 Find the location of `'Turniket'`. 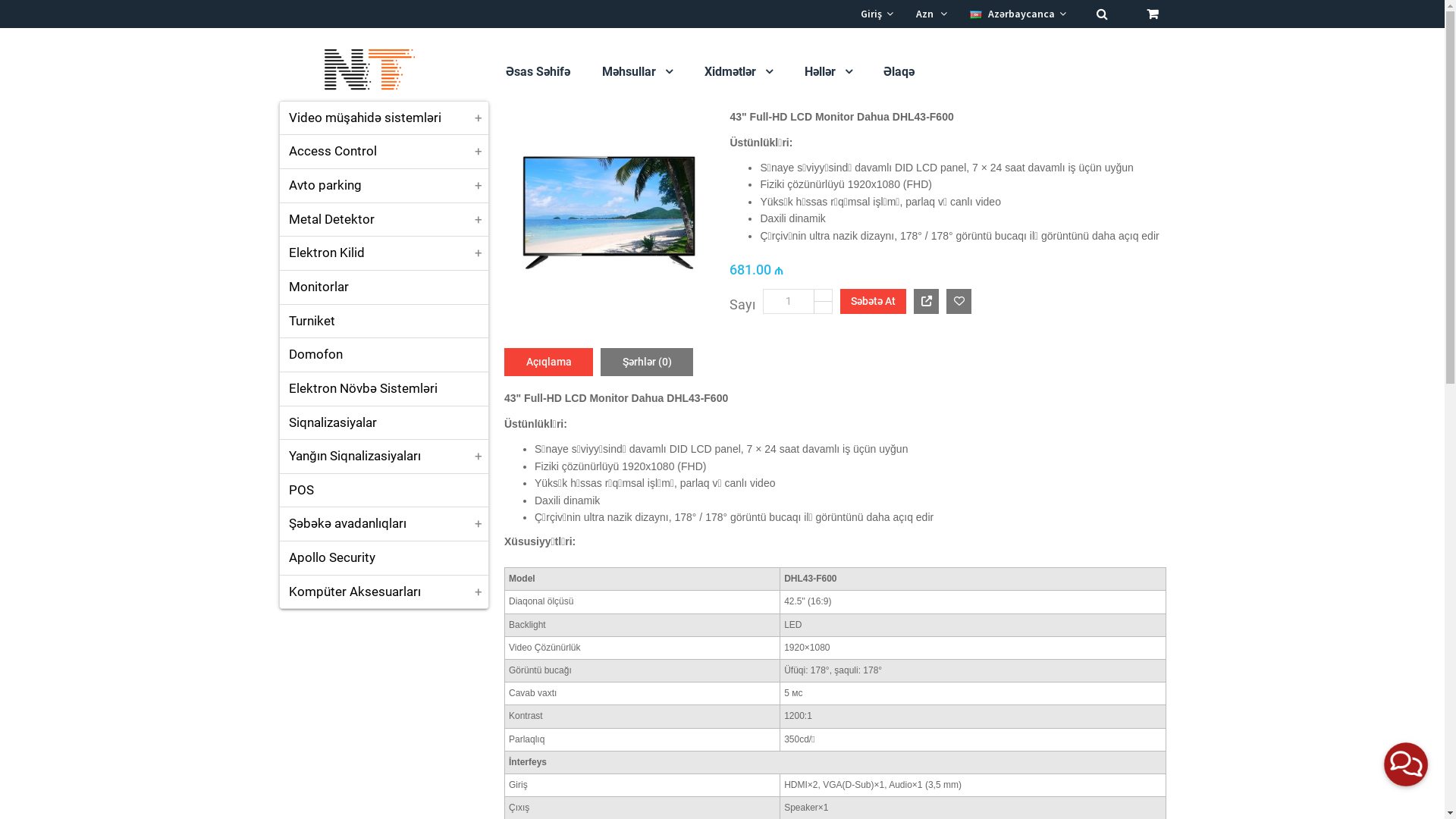

'Turniket' is located at coordinates (383, 321).